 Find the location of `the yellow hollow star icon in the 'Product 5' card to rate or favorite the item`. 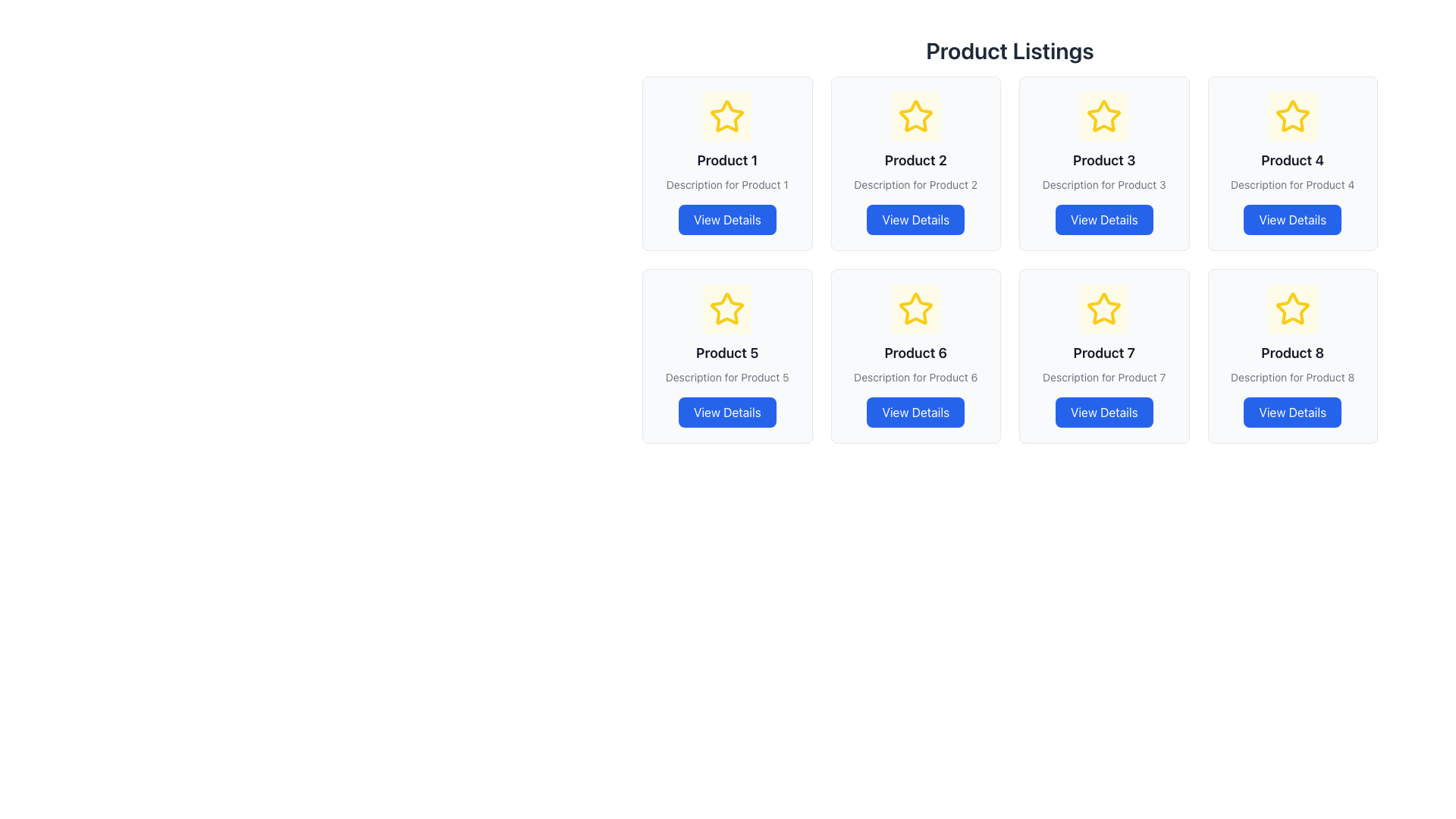

the yellow hollow star icon in the 'Product 5' card to rate or favorite the item is located at coordinates (726, 309).